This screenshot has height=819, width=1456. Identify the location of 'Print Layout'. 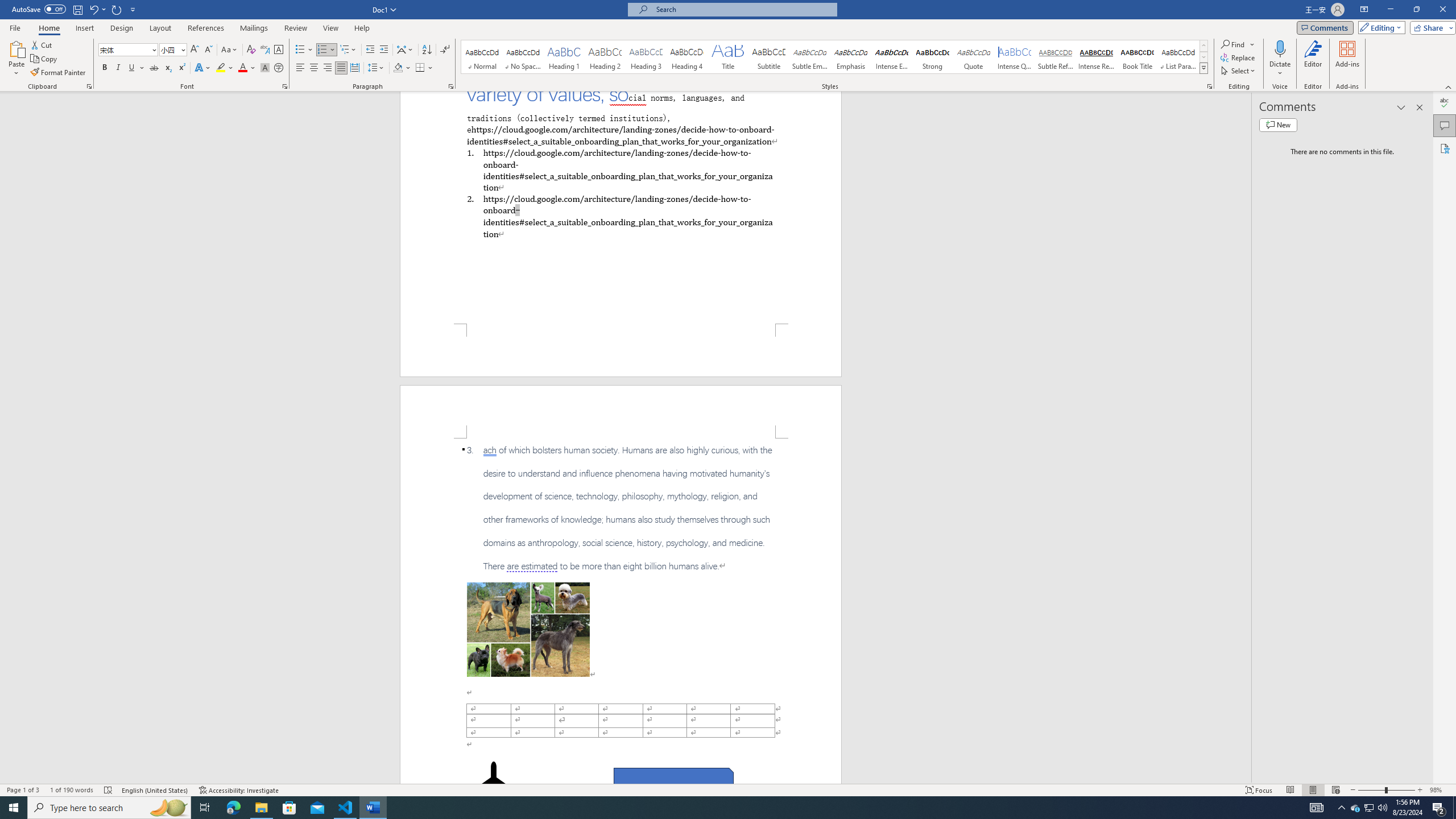
(1313, 790).